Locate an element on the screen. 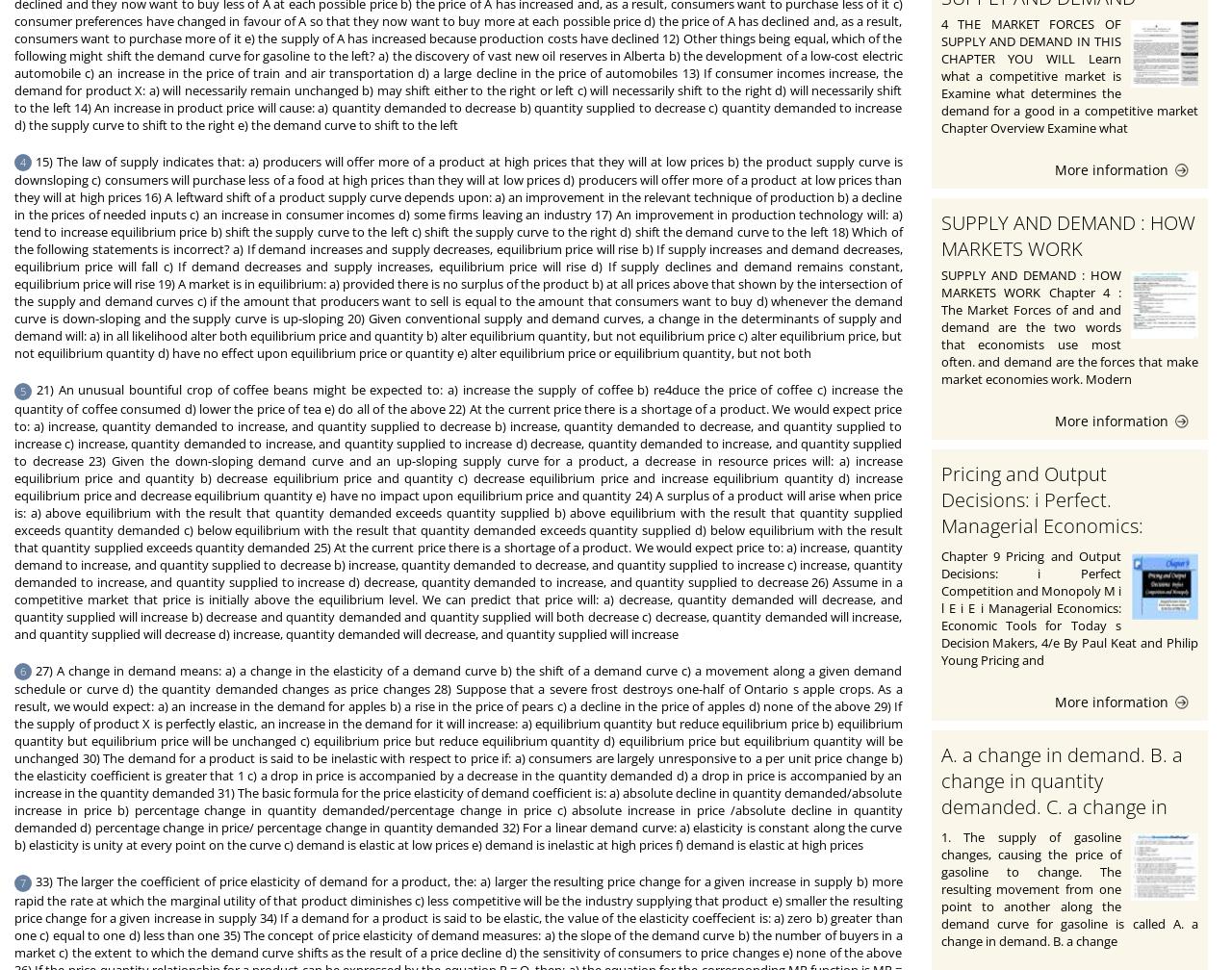  'SUPPLY AND DEMAND : HOW MARKETS WORK Chapter 4 : The Market Forces of and and demand are the two words that economists use most often. and demand are the forces that make market economies work. Modern' is located at coordinates (1068, 325).